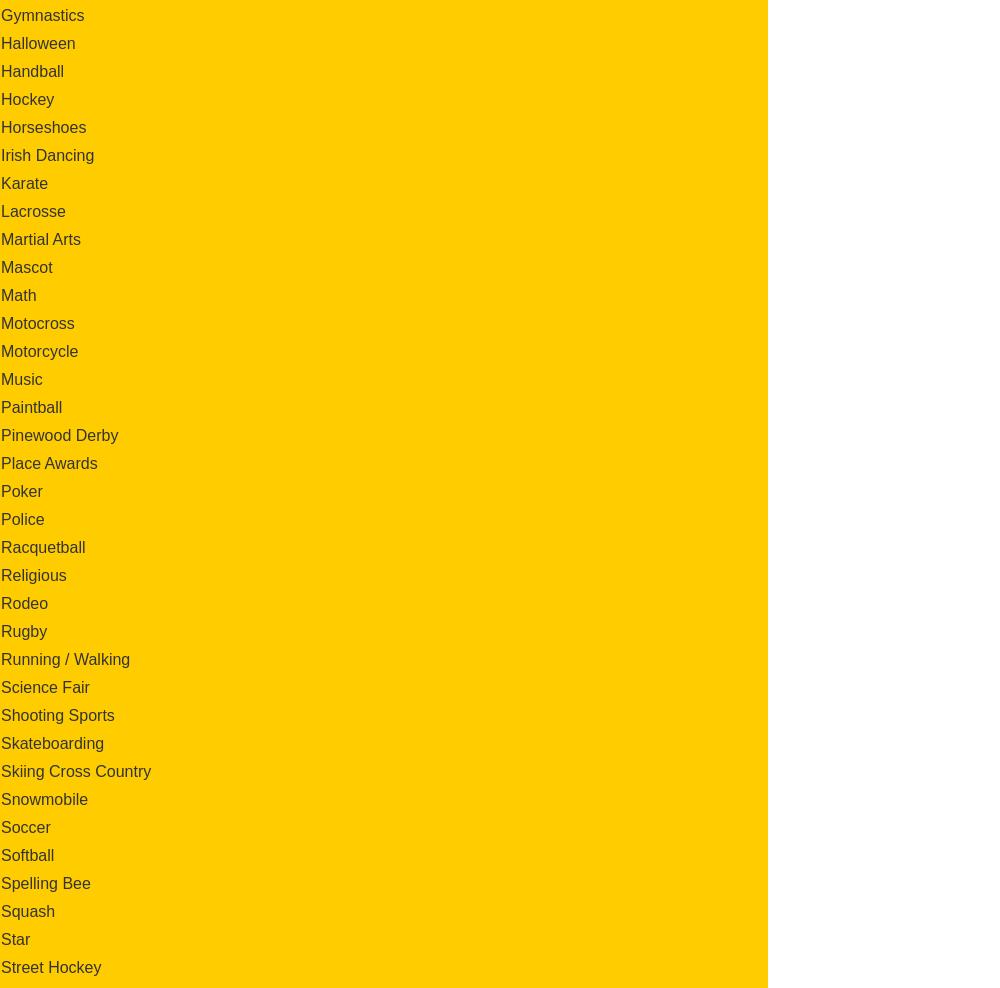 The width and height of the screenshot is (1000, 988). What do you see at coordinates (41, 238) in the screenshot?
I see `'Martial Arts'` at bounding box center [41, 238].